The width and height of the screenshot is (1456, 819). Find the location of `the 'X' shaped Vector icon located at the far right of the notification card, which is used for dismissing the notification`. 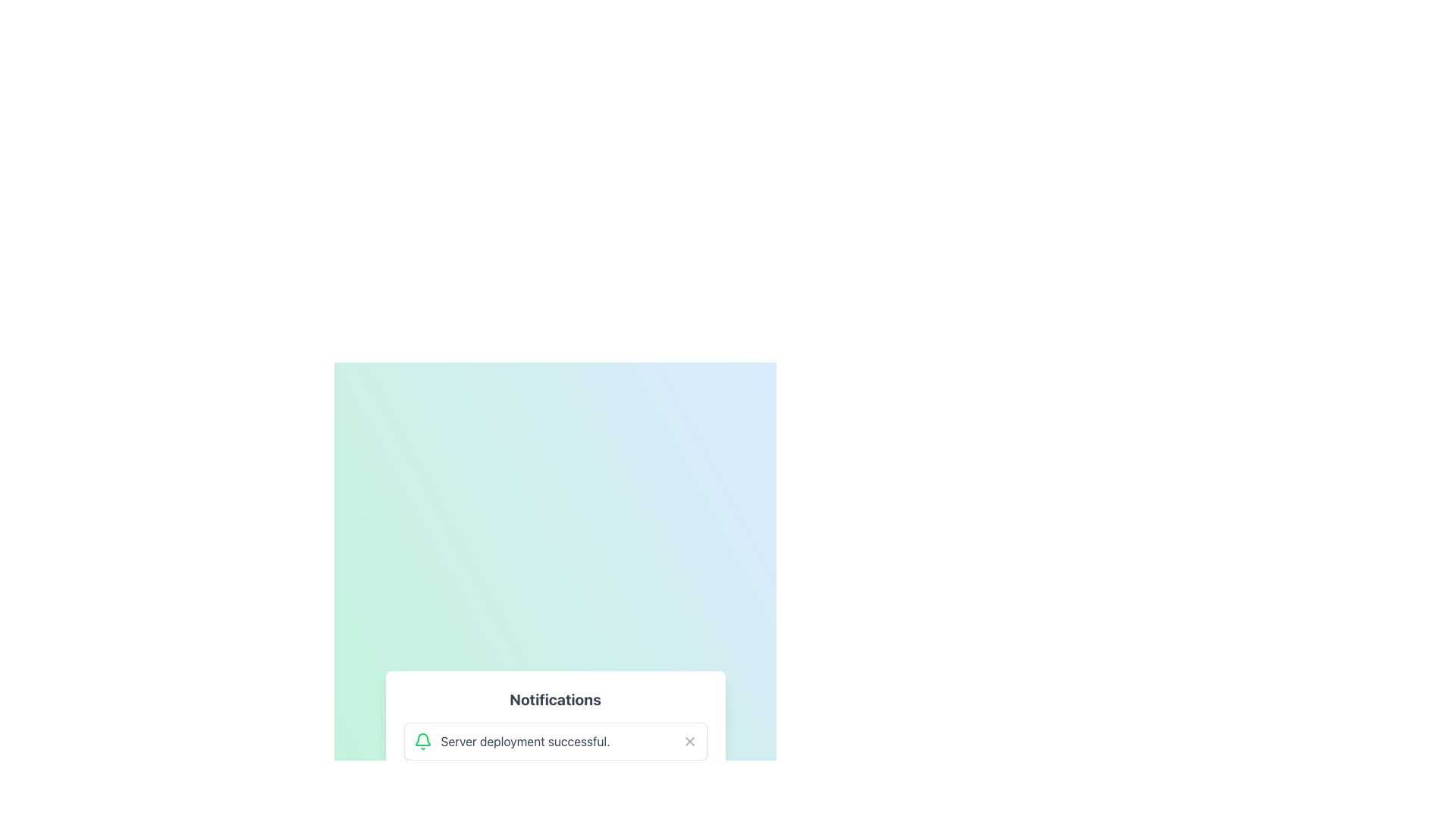

the 'X' shaped Vector icon located at the far right of the notification card, which is used for dismissing the notification is located at coordinates (689, 741).